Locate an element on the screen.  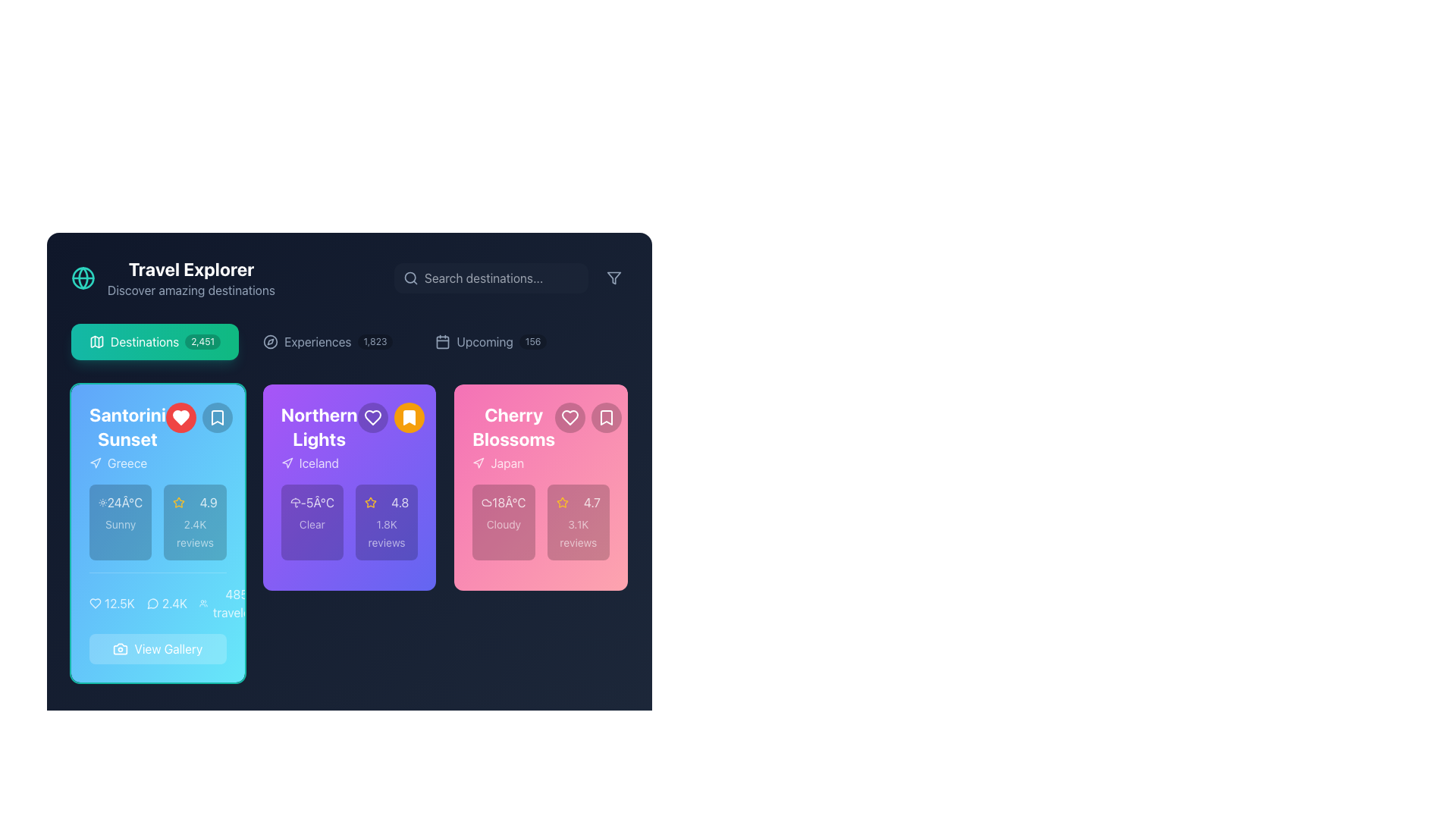
the Text label representing the rating value located to the right of the golden star icon within the 'Northern Lights' card is located at coordinates (400, 503).